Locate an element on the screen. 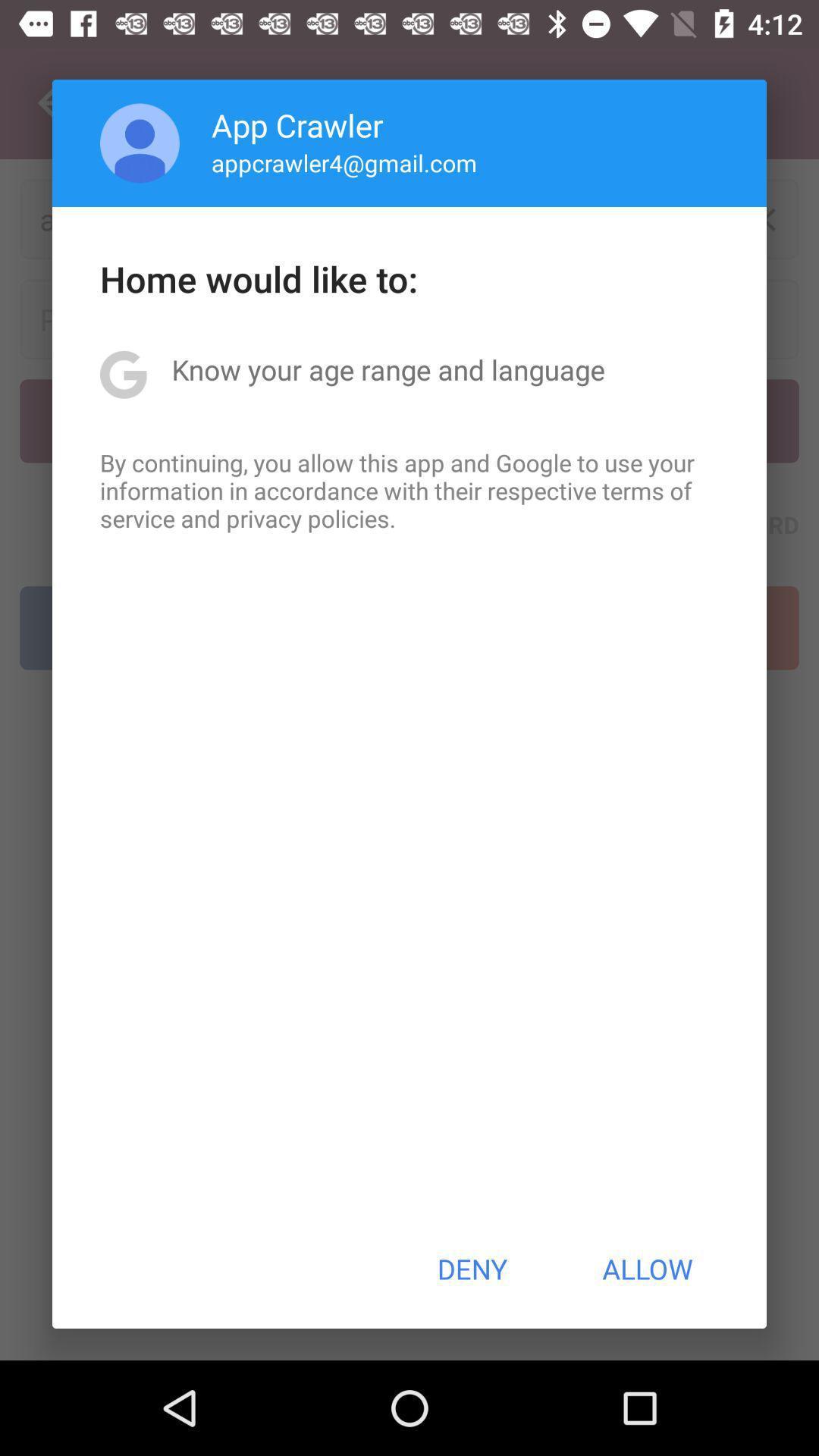 The image size is (819, 1456). the app to the left of app crawler is located at coordinates (140, 143).